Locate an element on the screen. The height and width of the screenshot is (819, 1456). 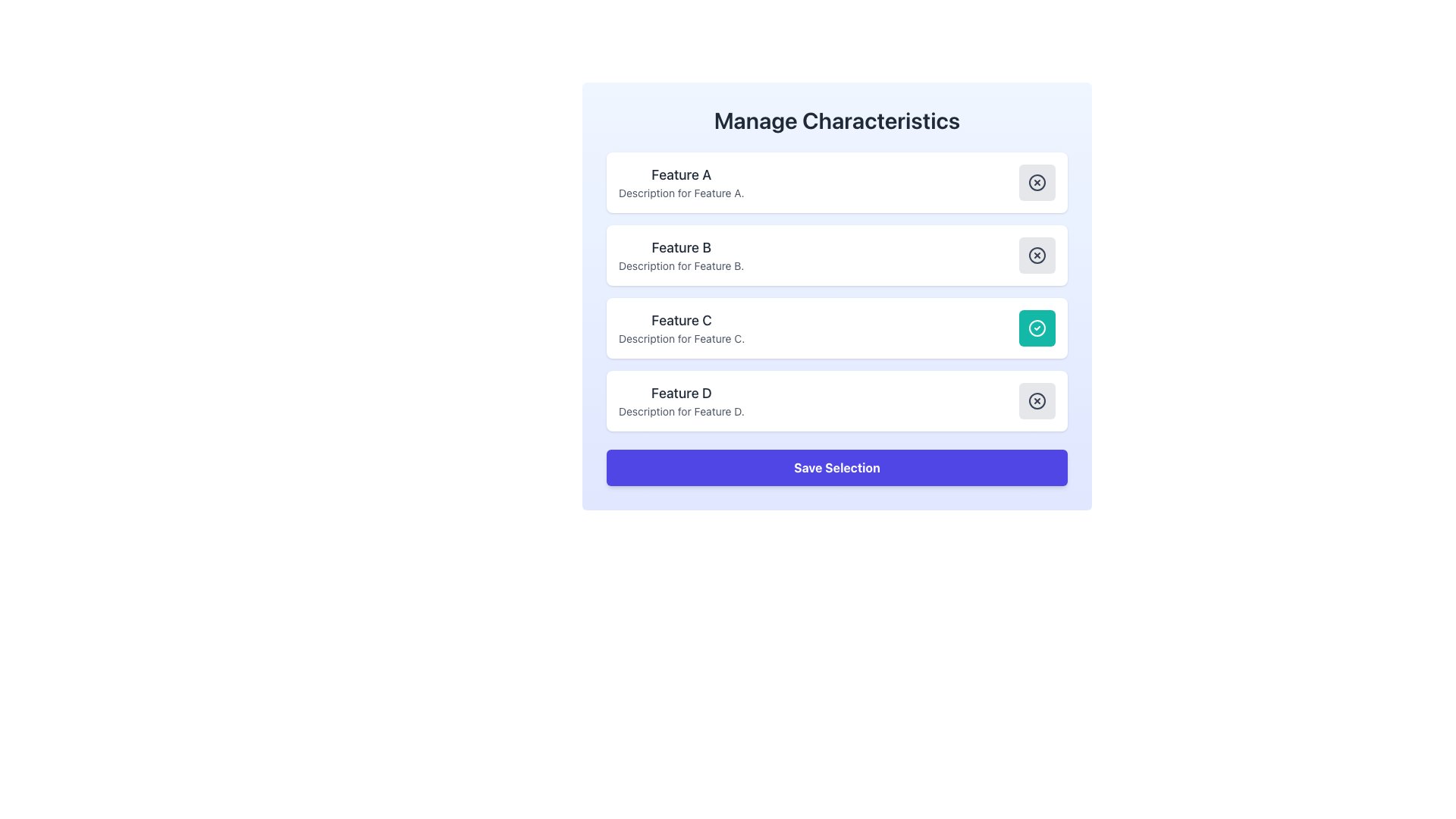
the gray text label reading 'Description for Feature A.' that is positioned directly below the title 'Feature A' in the vertically stacked list under 'Manage Characteristics' is located at coordinates (680, 192).